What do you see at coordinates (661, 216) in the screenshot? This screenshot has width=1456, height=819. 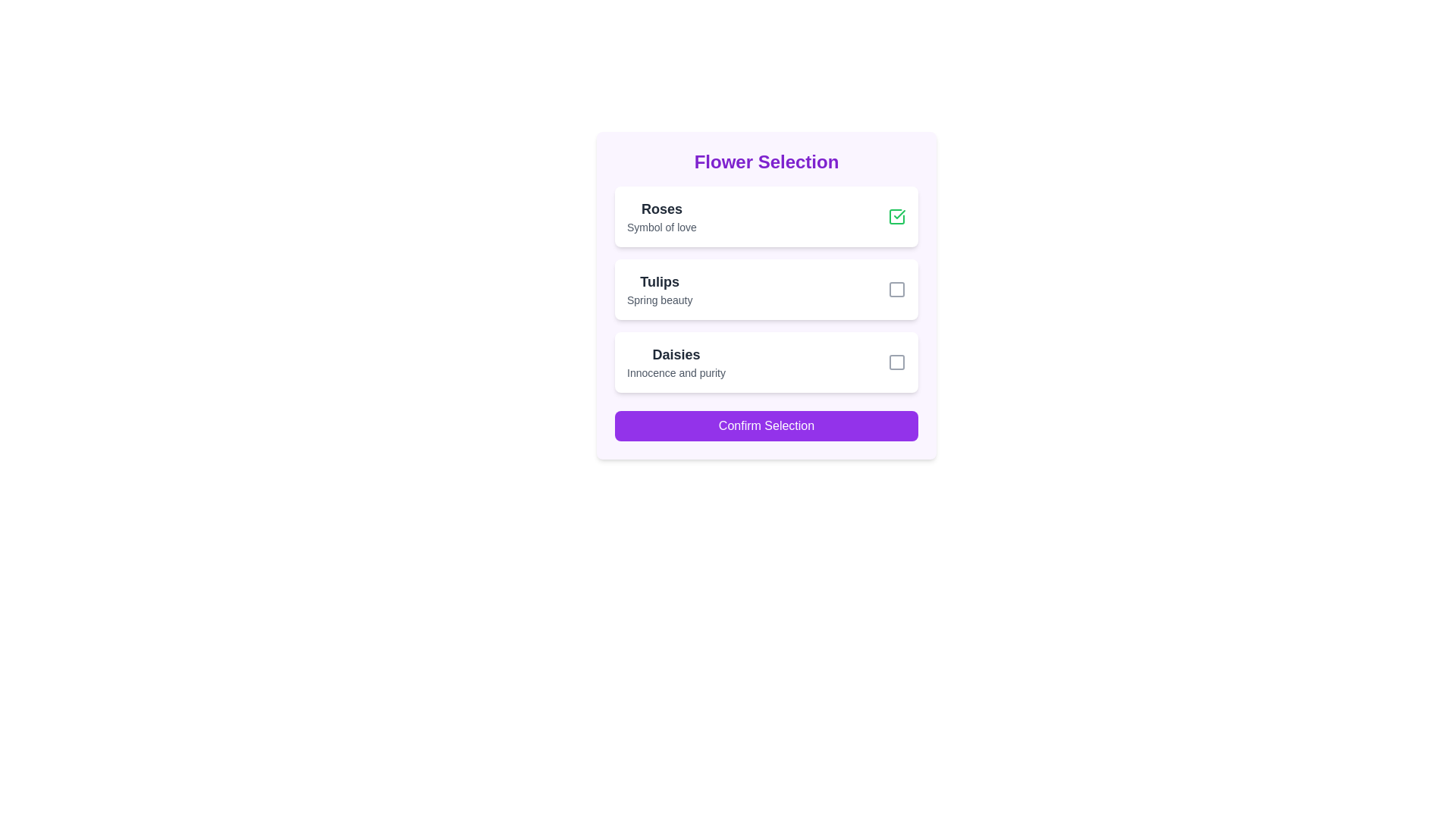 I see `informational text block titled 'Roses' with the subtitle 'Symbol of love', which is the first option in the 'Flower Selection' interface` at bounding box center [661, 216].